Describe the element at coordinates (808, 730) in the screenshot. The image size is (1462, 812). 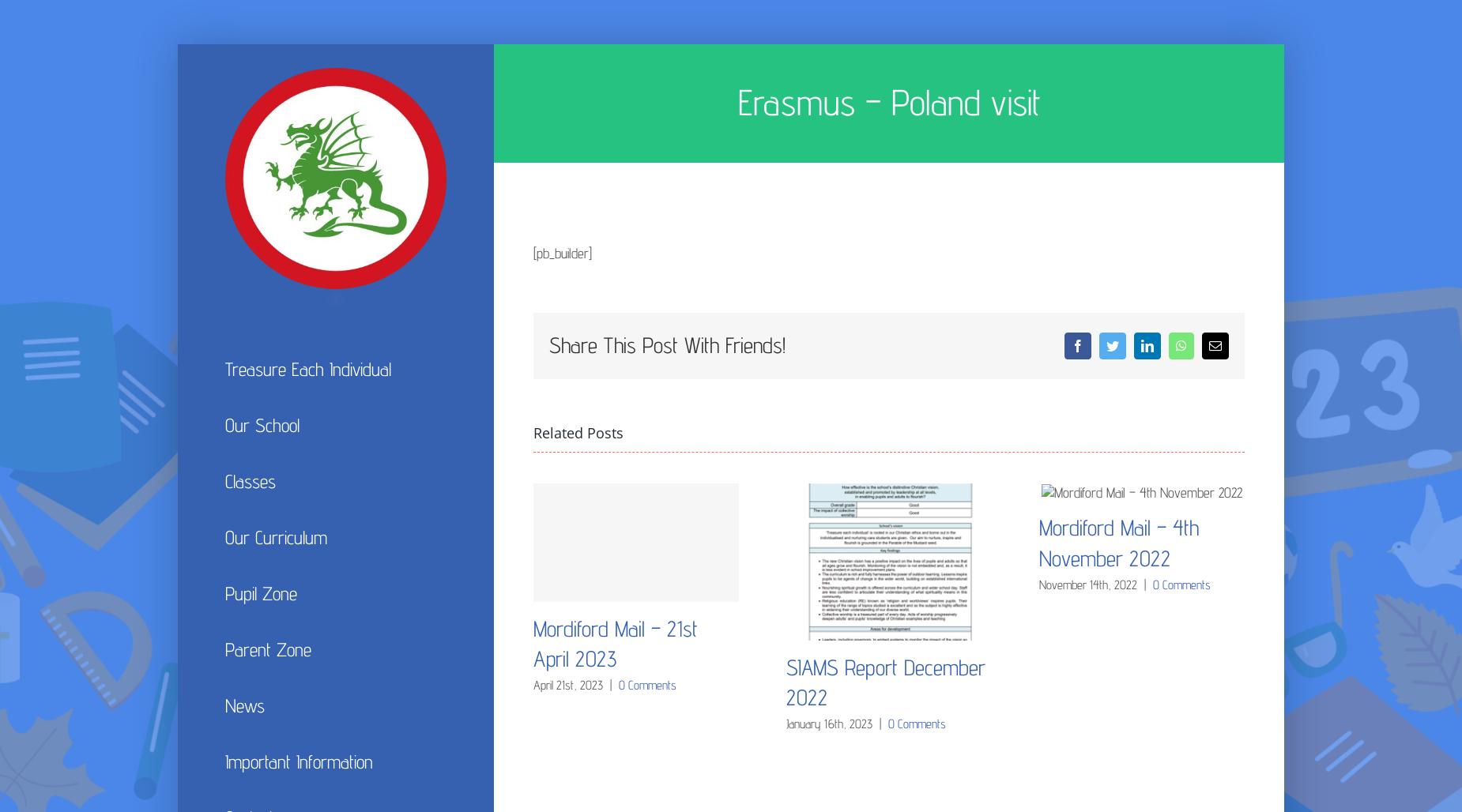
I see `'Science'` at that location.